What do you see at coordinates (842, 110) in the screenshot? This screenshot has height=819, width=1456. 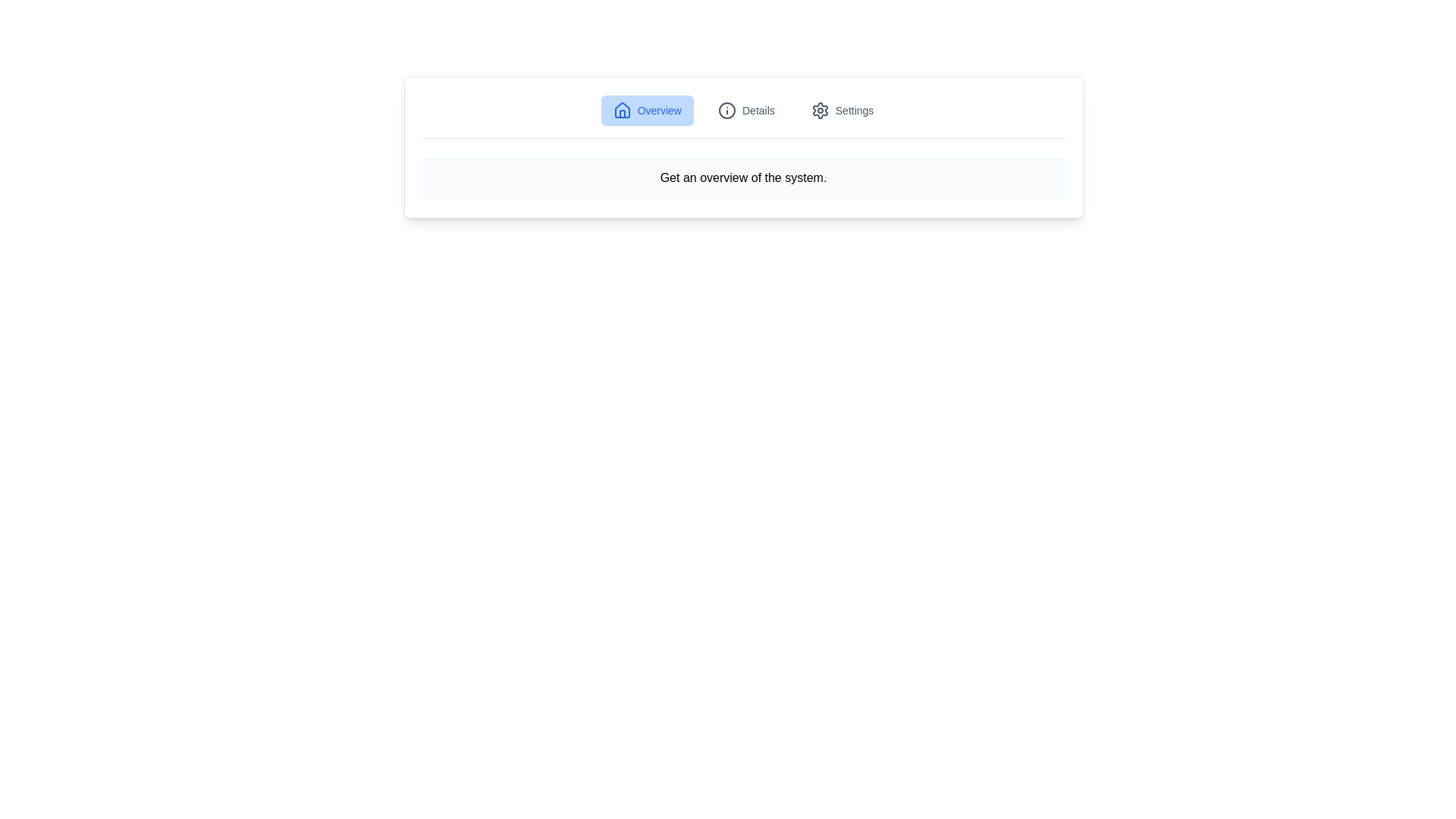 I see `the 'Settings' button located under the top navigation menu` at bounding box center [842, 110].